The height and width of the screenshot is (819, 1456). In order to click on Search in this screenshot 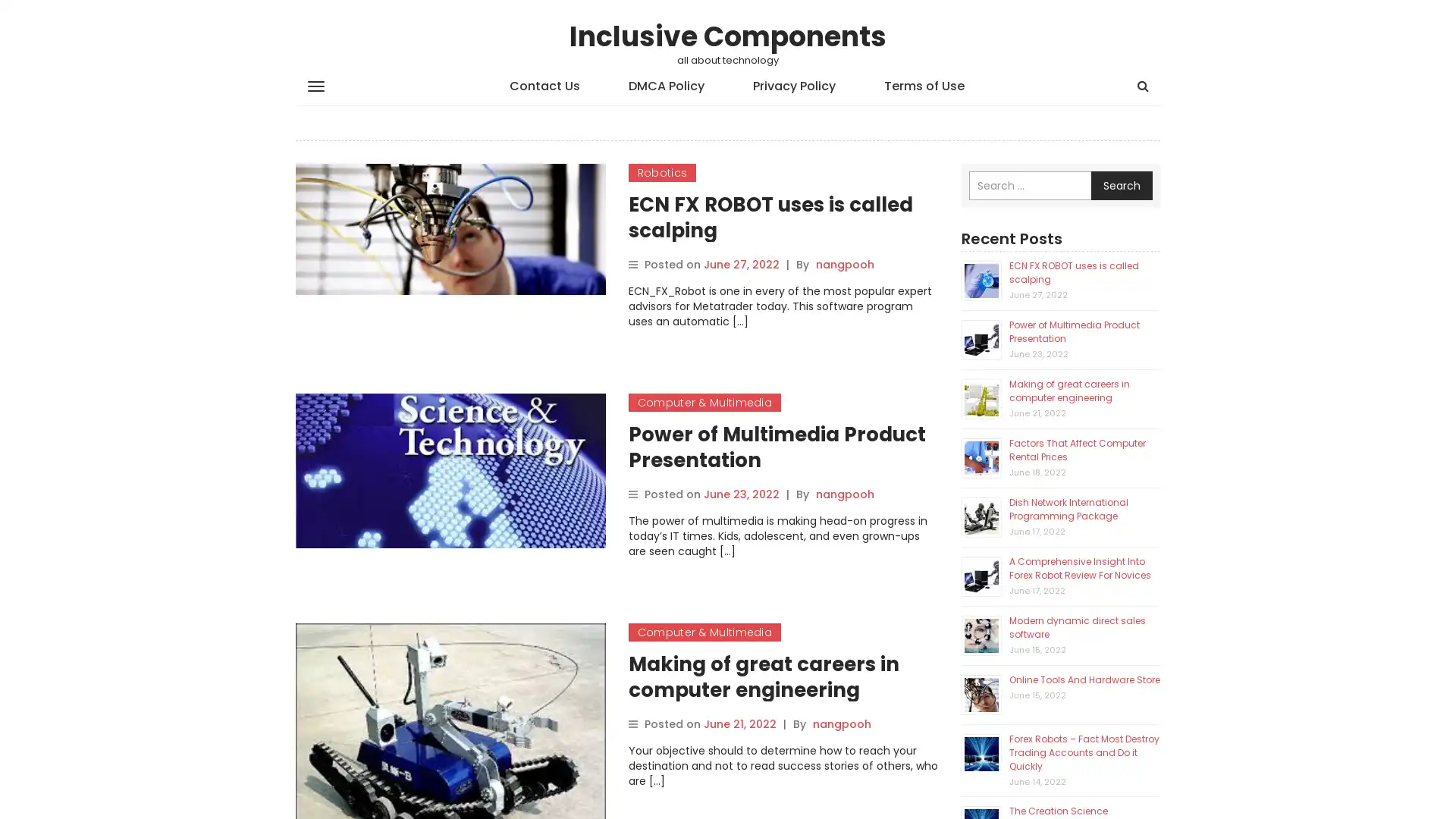, I will do `click(1122, 185)`.